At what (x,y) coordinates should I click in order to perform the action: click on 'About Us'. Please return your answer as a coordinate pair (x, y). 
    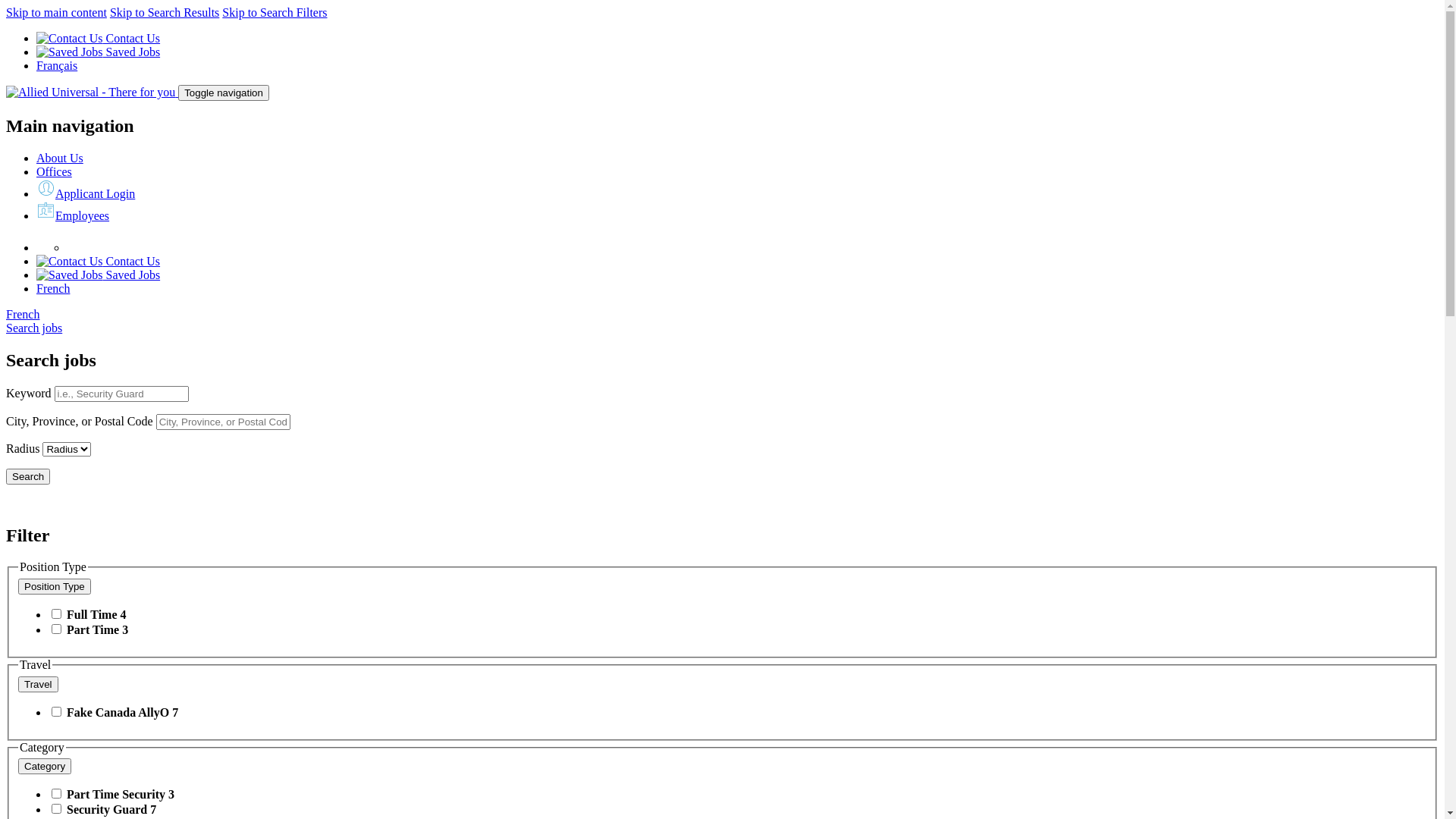
    Looking at the image, I should click on (59, 158).